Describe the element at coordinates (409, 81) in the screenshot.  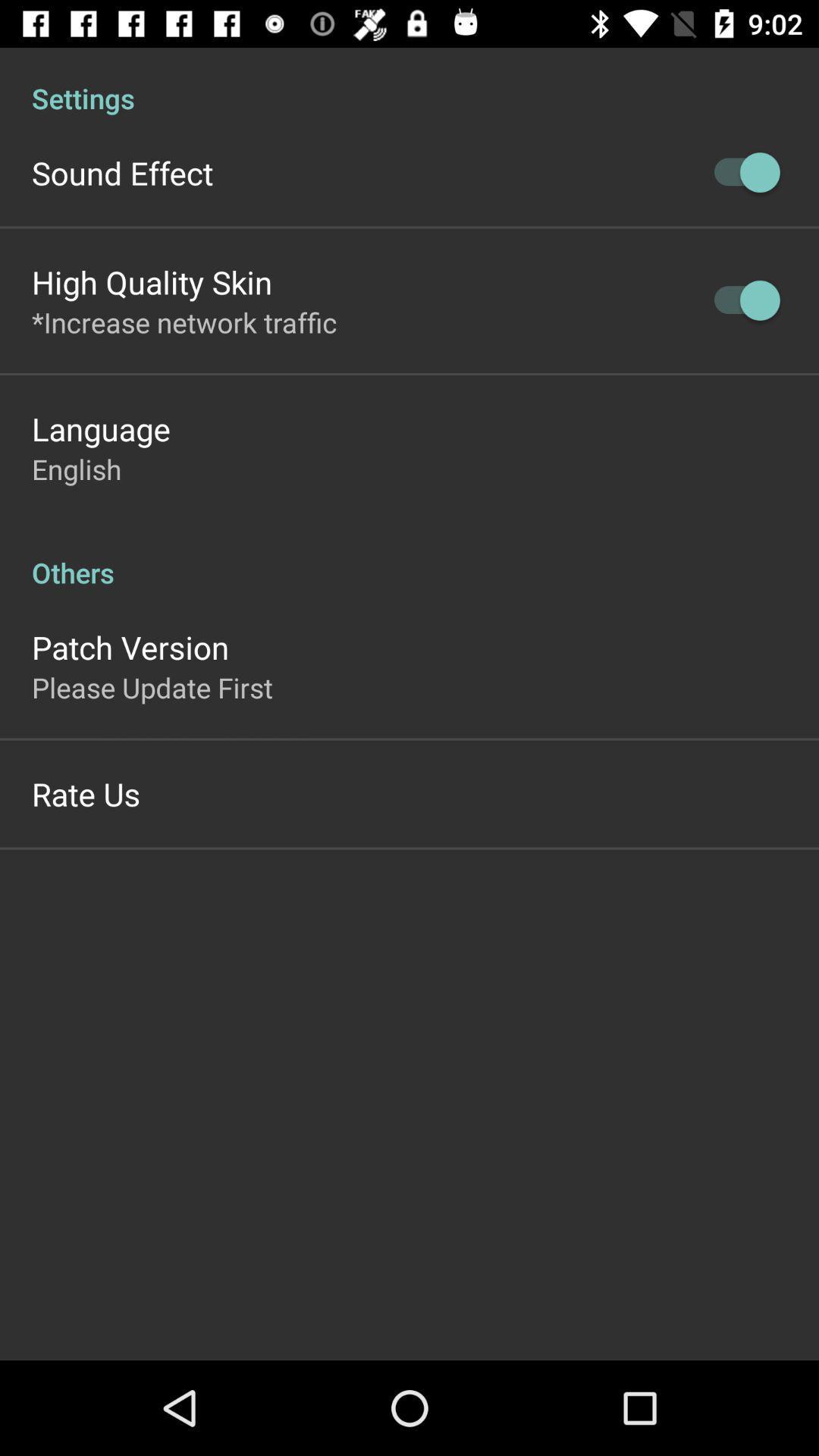
I see `the settings` at that location.